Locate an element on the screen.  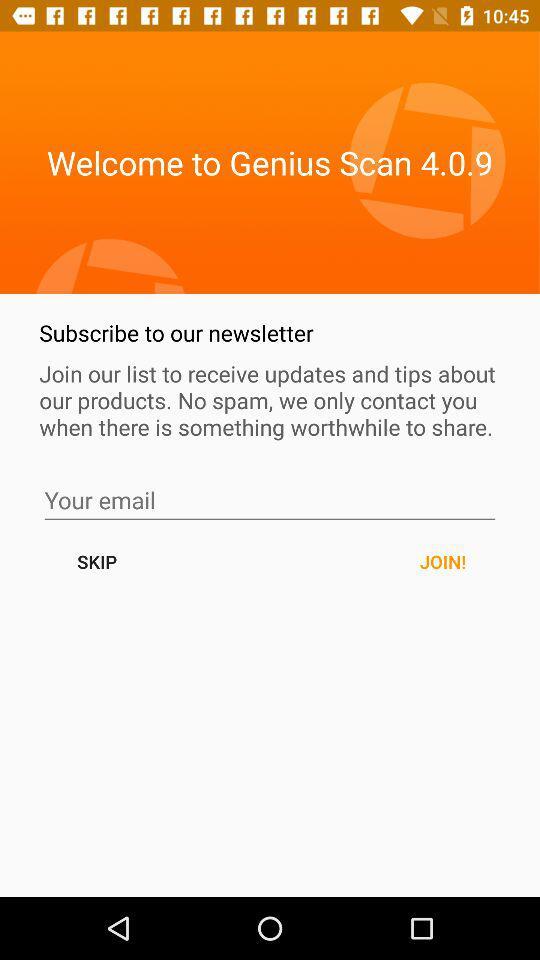
button to the right of skip icon is located at coordinates (442, 561).